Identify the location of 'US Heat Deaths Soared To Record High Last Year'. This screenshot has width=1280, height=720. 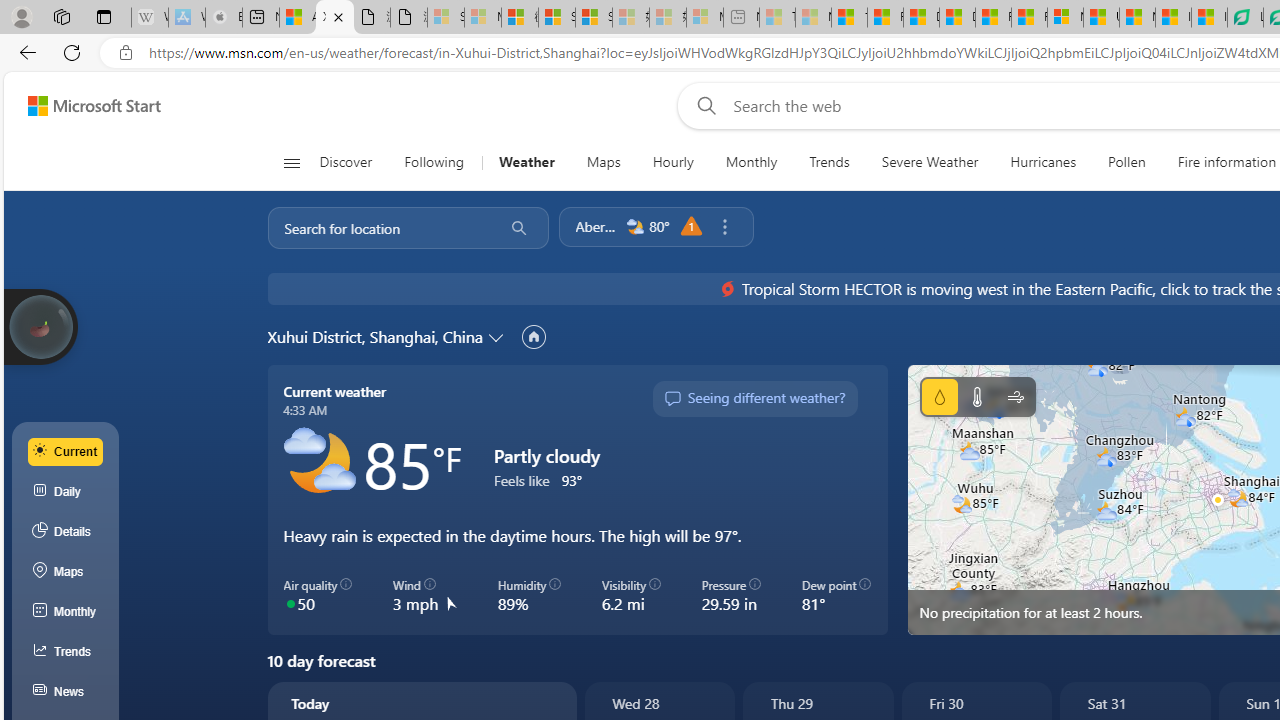
(1100, 17).